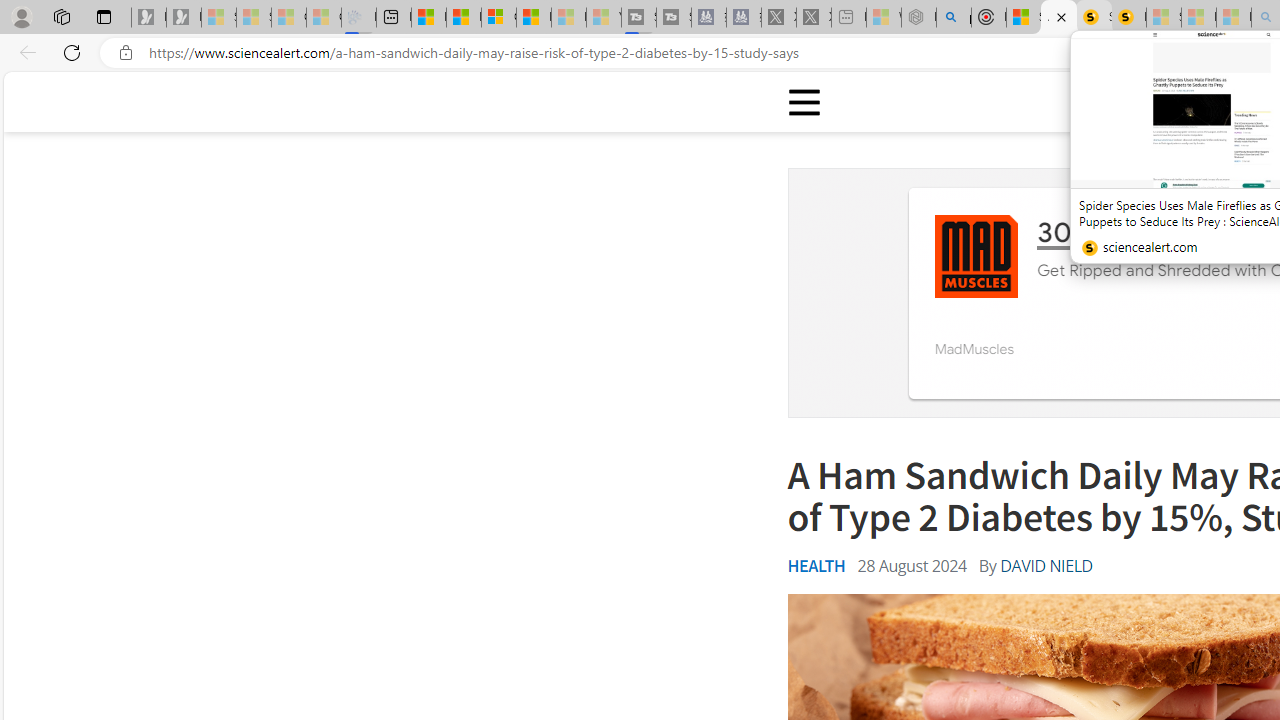 Image resolution: width=1280 pixels, height=720 pixels. Describe the element at coordinates (803, 102) in the screenshot. I see `'Class: sciencealert-menu-desktop-svg '` at that location.